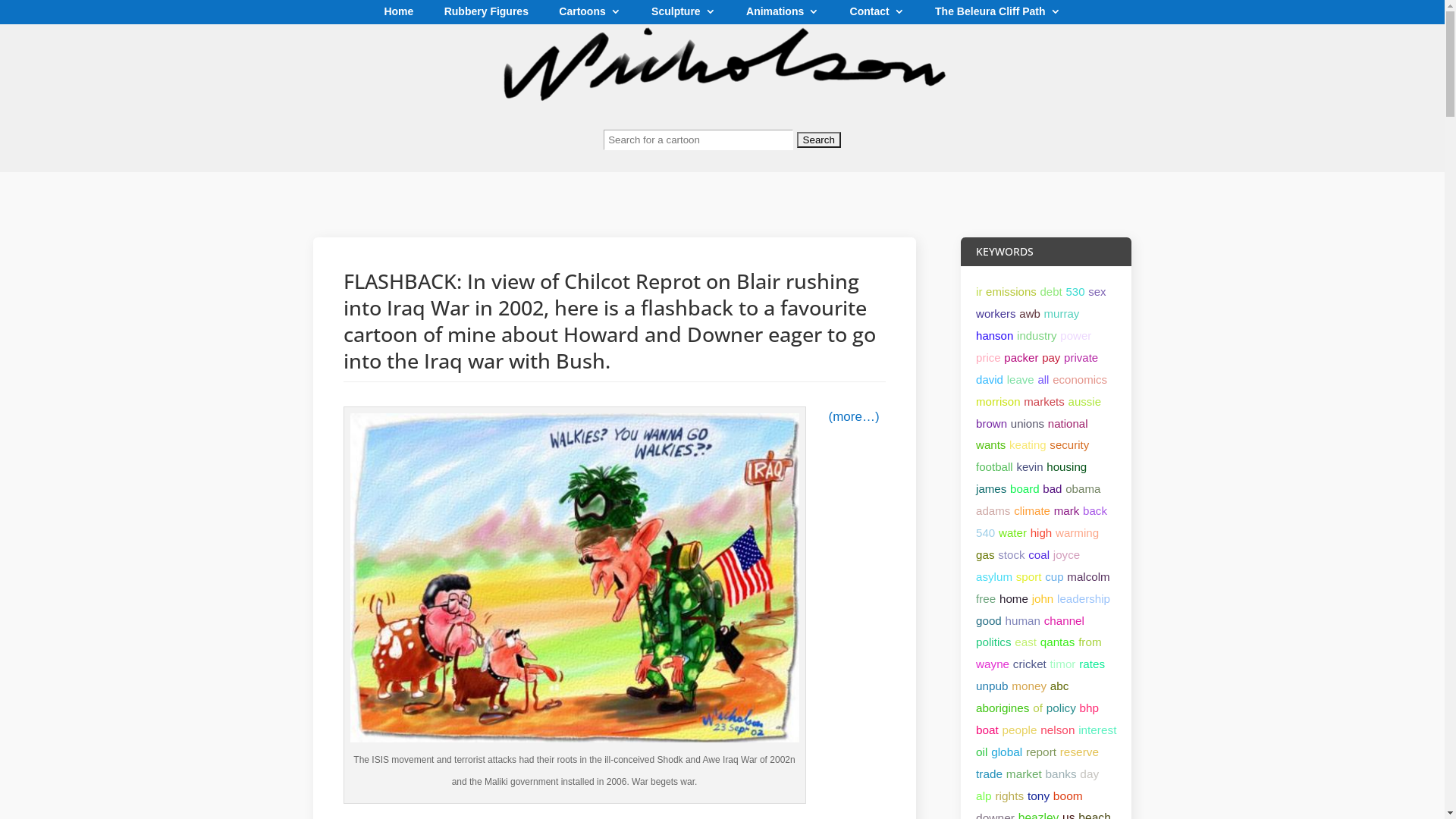  What do you see at coordinates (993, 663) in the screenshot?
I see `'wayne'` at bounding box center [993, 663].